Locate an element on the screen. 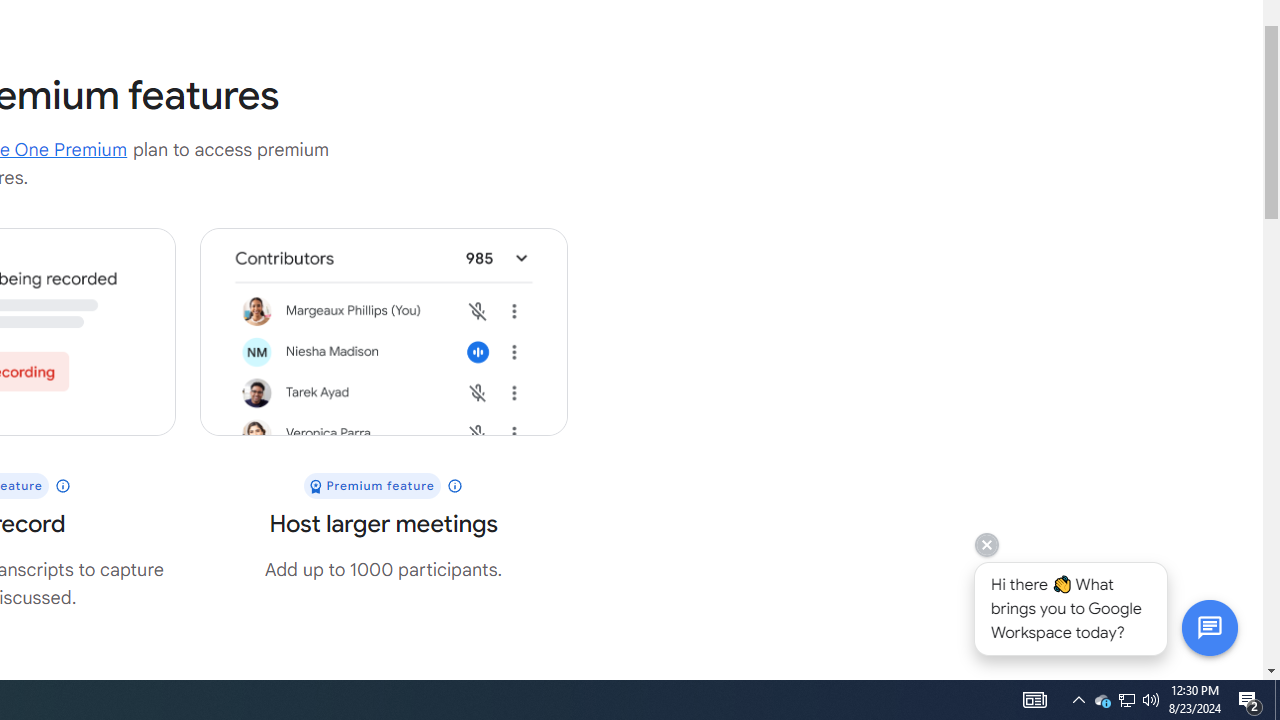 This screenshot has width=1280, height=720. 'Premium feature' is located at coordinates (384, 486).